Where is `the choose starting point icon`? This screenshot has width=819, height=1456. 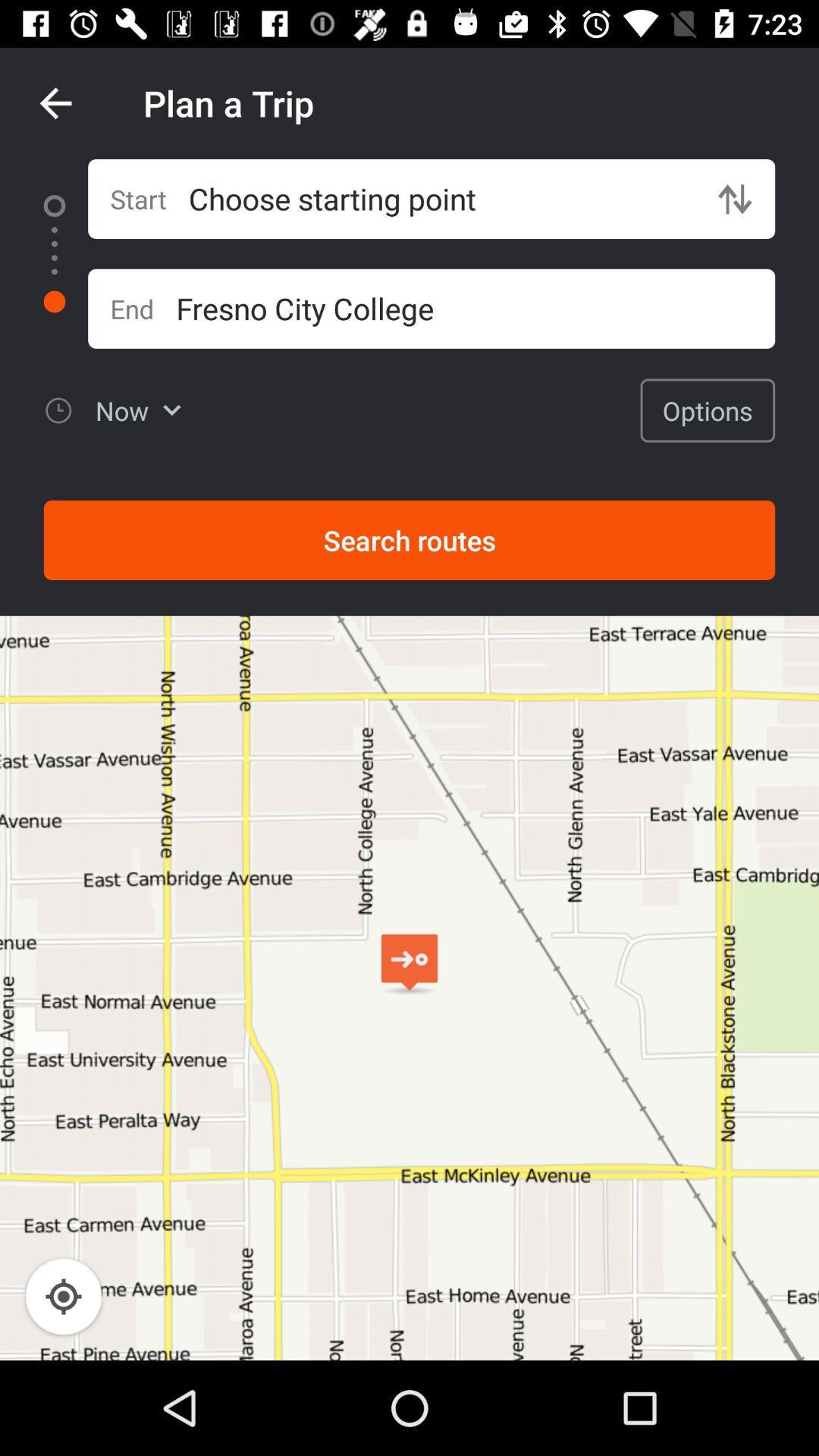
the choose starting point icon is located at coordinates (441, 198).